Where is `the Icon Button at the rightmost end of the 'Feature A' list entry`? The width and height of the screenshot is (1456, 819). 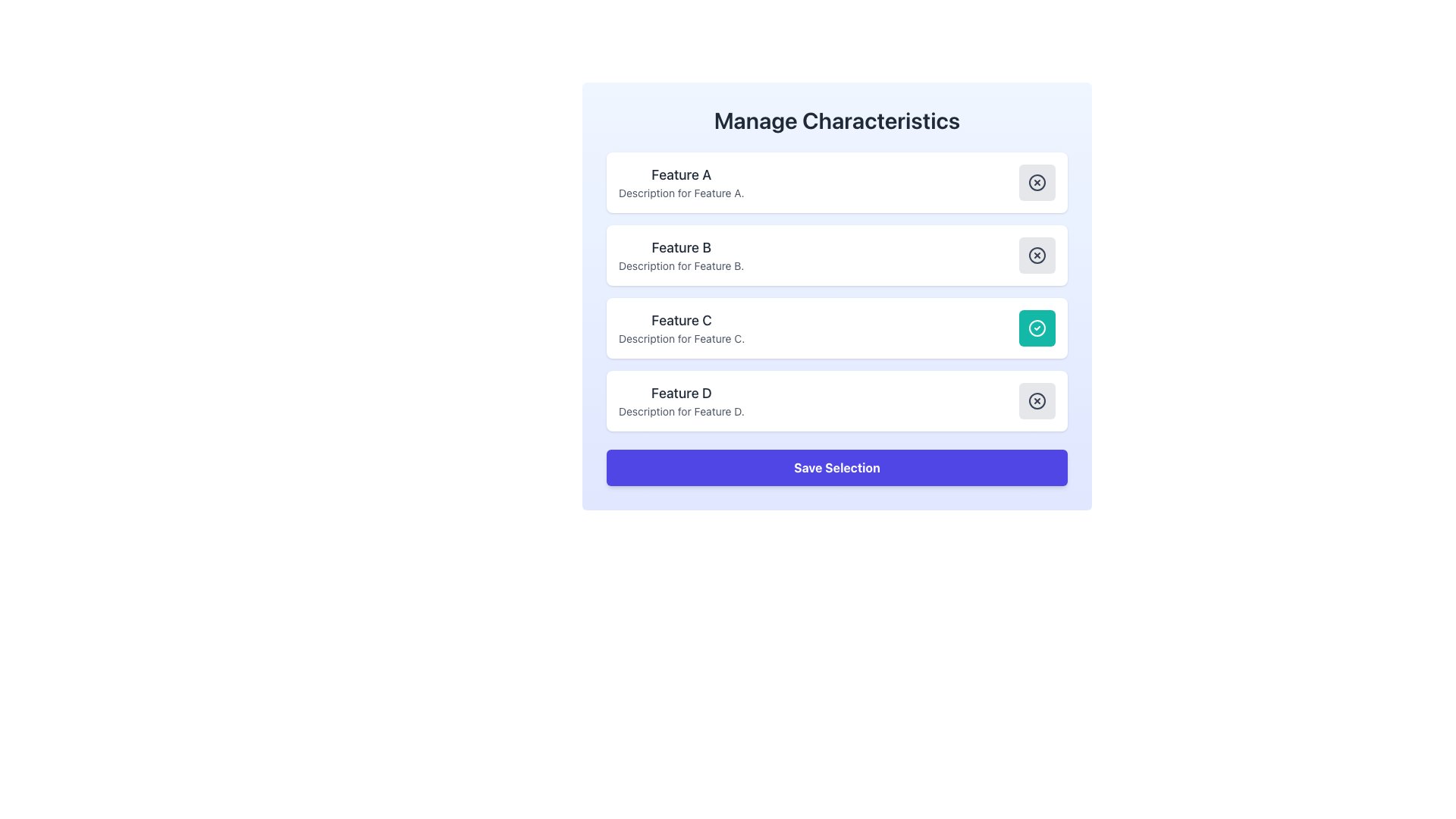
the Icon Button at the rightmost end of the 'Feature A' list entry is located at coordinates (1037, 181).